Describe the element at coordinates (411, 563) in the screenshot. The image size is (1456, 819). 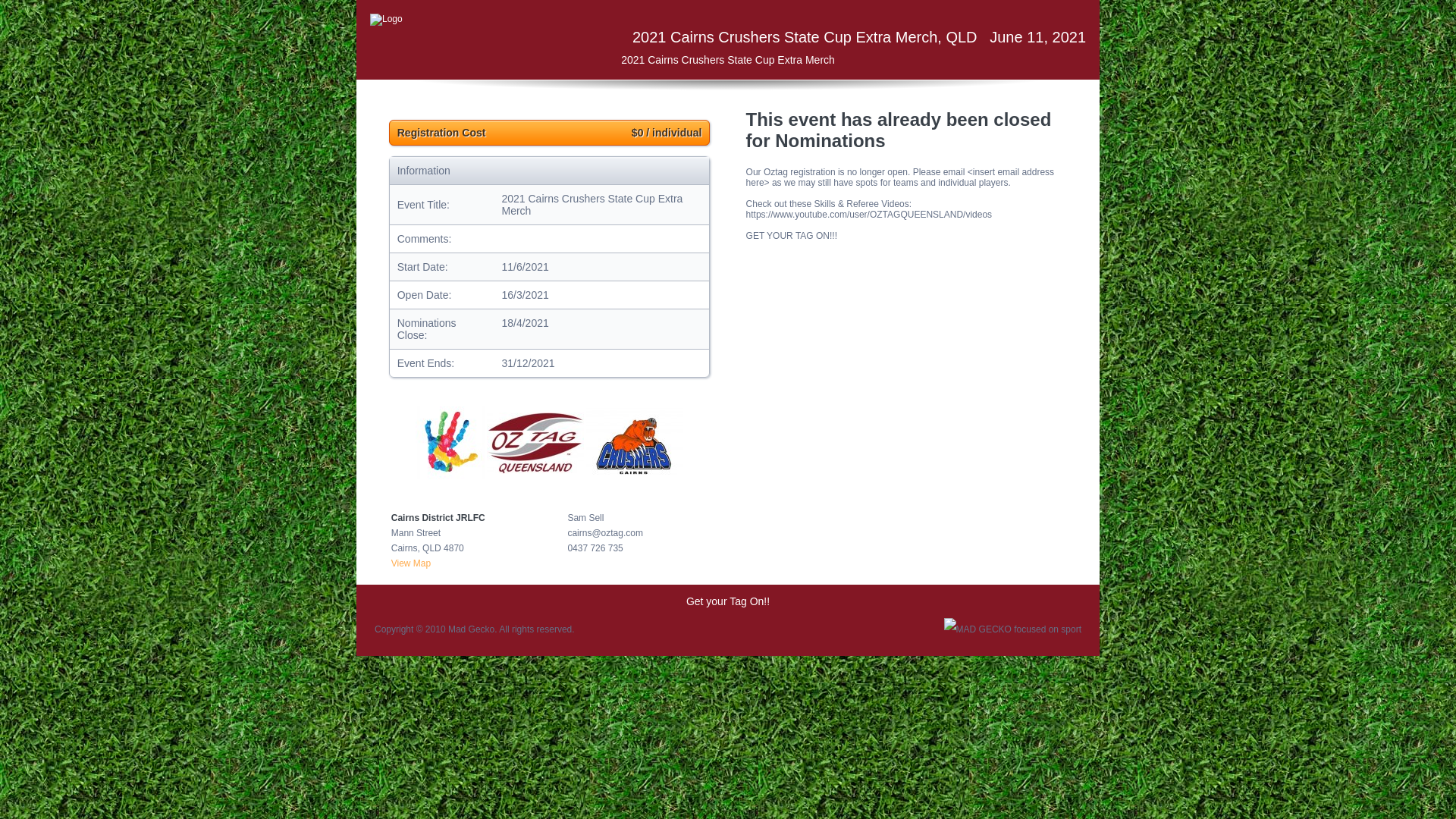
I see `'View Map'` at that location.